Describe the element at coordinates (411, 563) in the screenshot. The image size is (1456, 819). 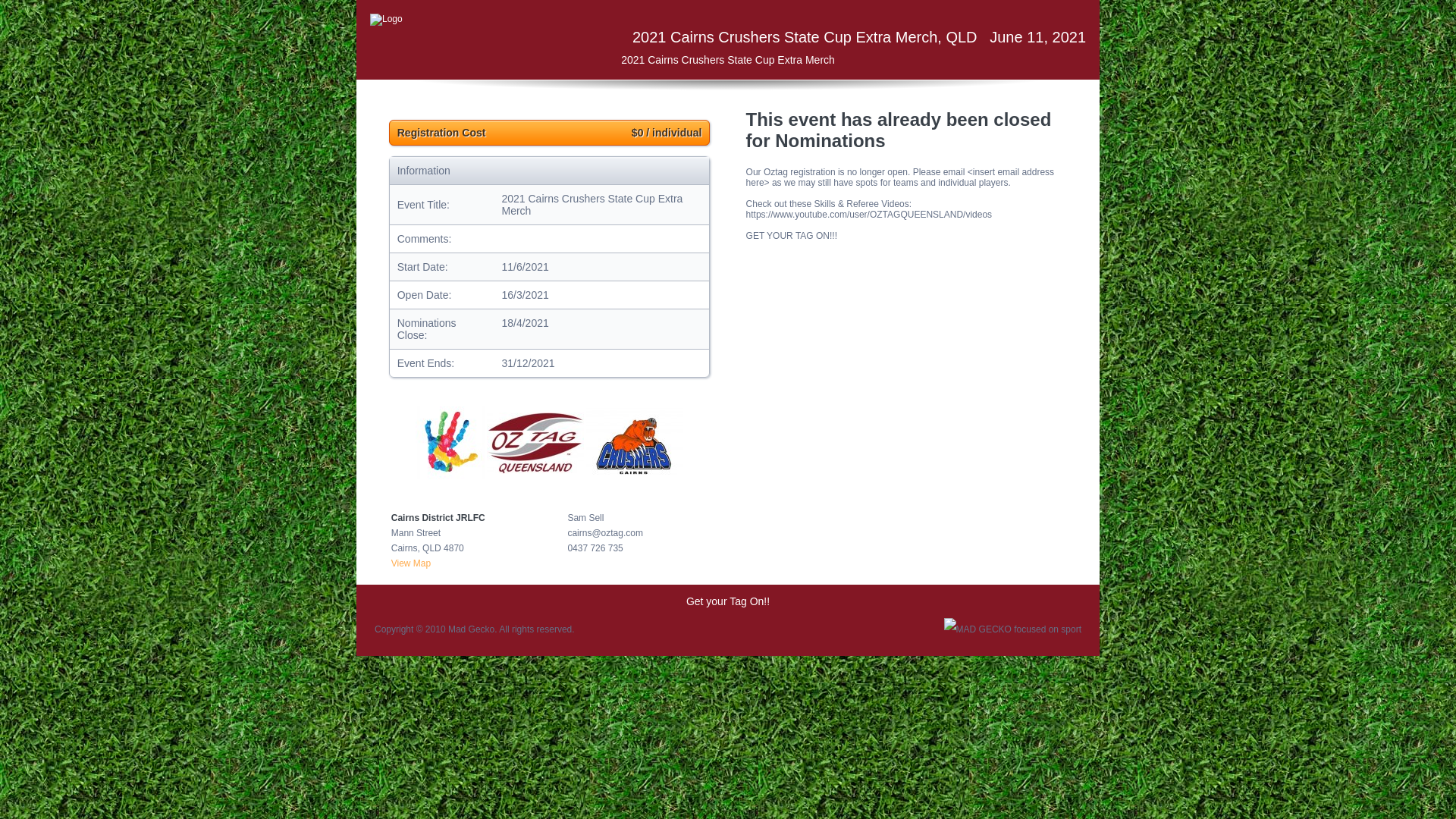
I see `'View Map'` at that location.